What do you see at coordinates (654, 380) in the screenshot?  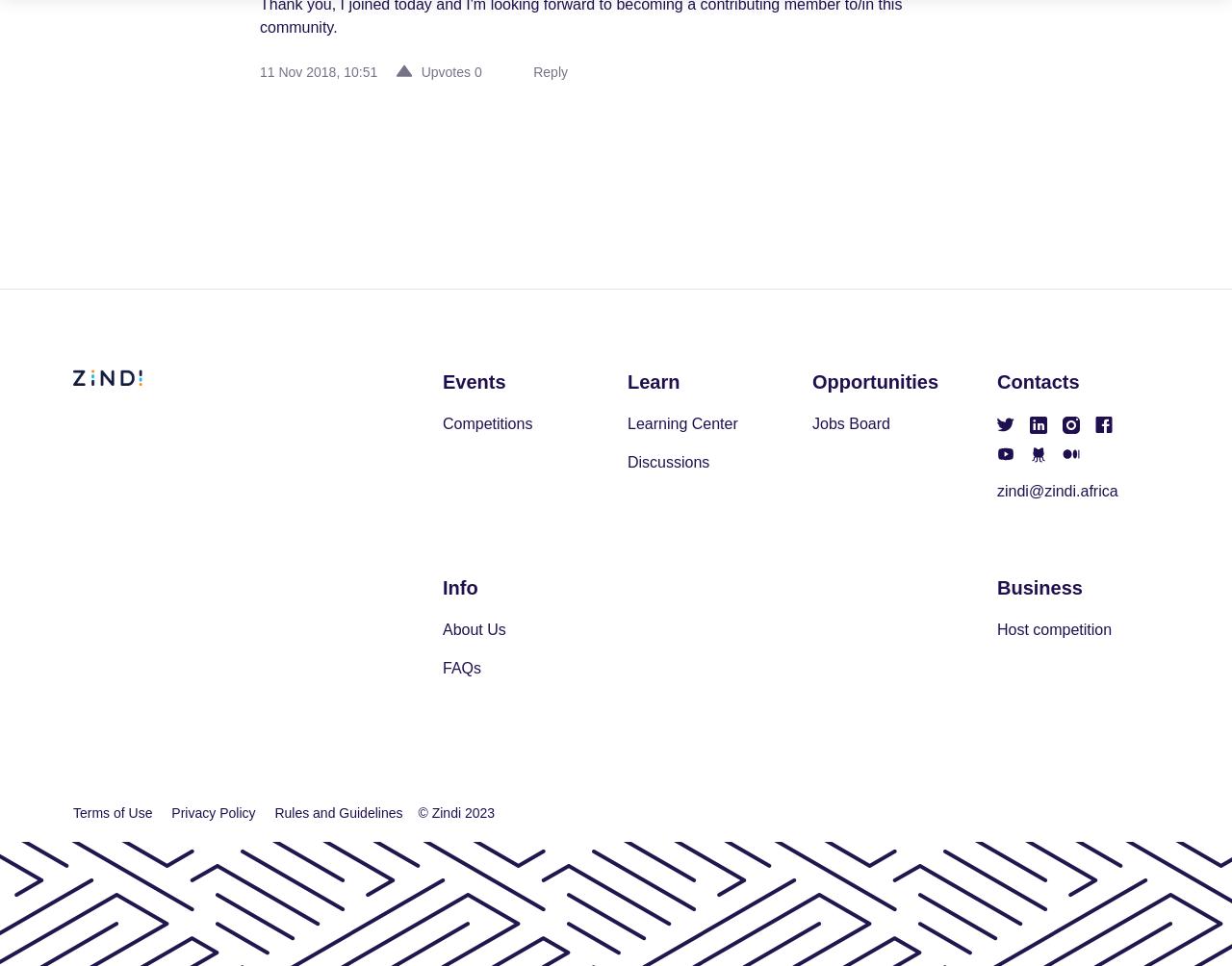 I see `'Learn'` at bounding box center [654, 380].